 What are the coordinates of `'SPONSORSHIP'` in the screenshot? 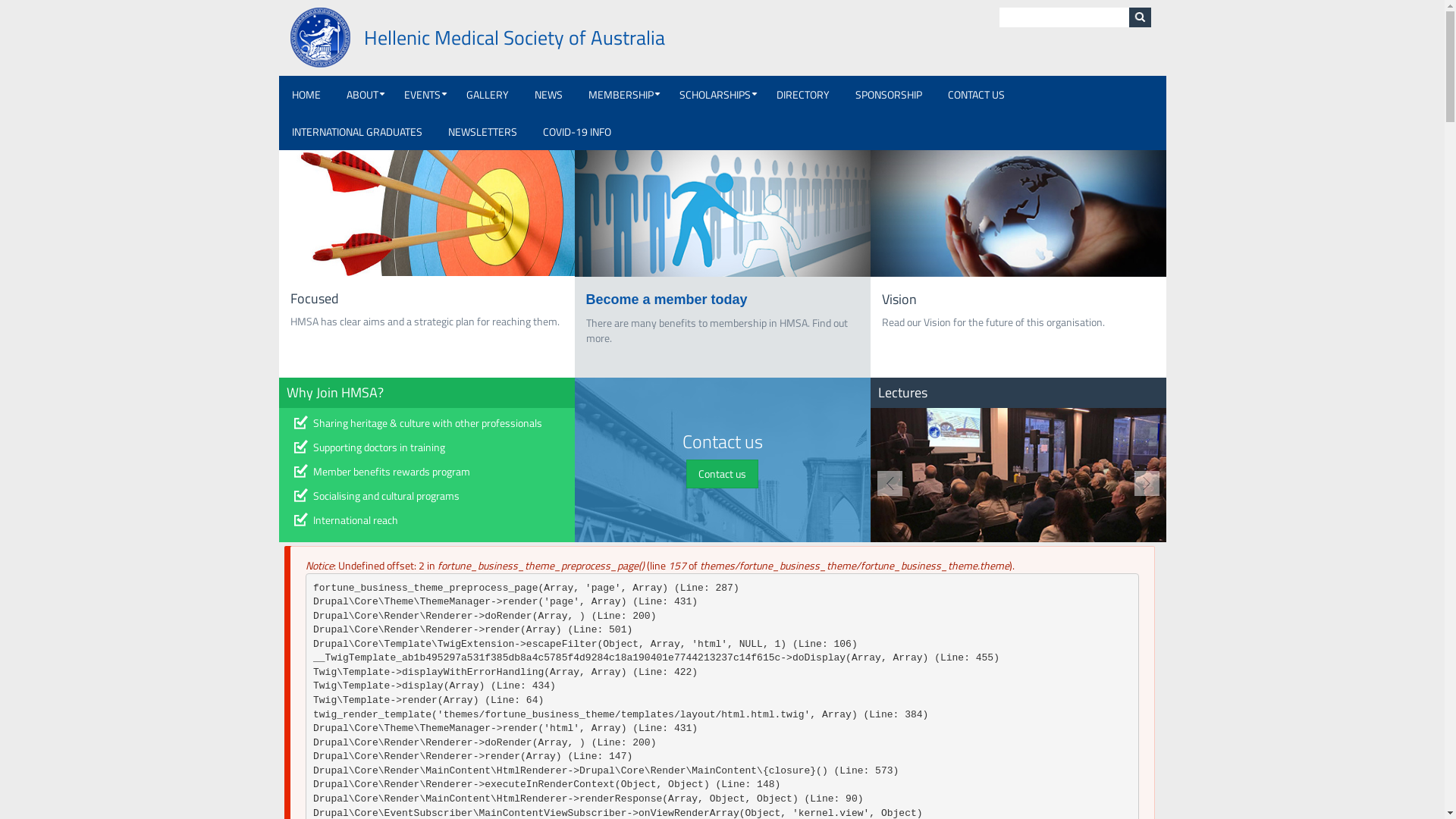 It's located at (888, 94).